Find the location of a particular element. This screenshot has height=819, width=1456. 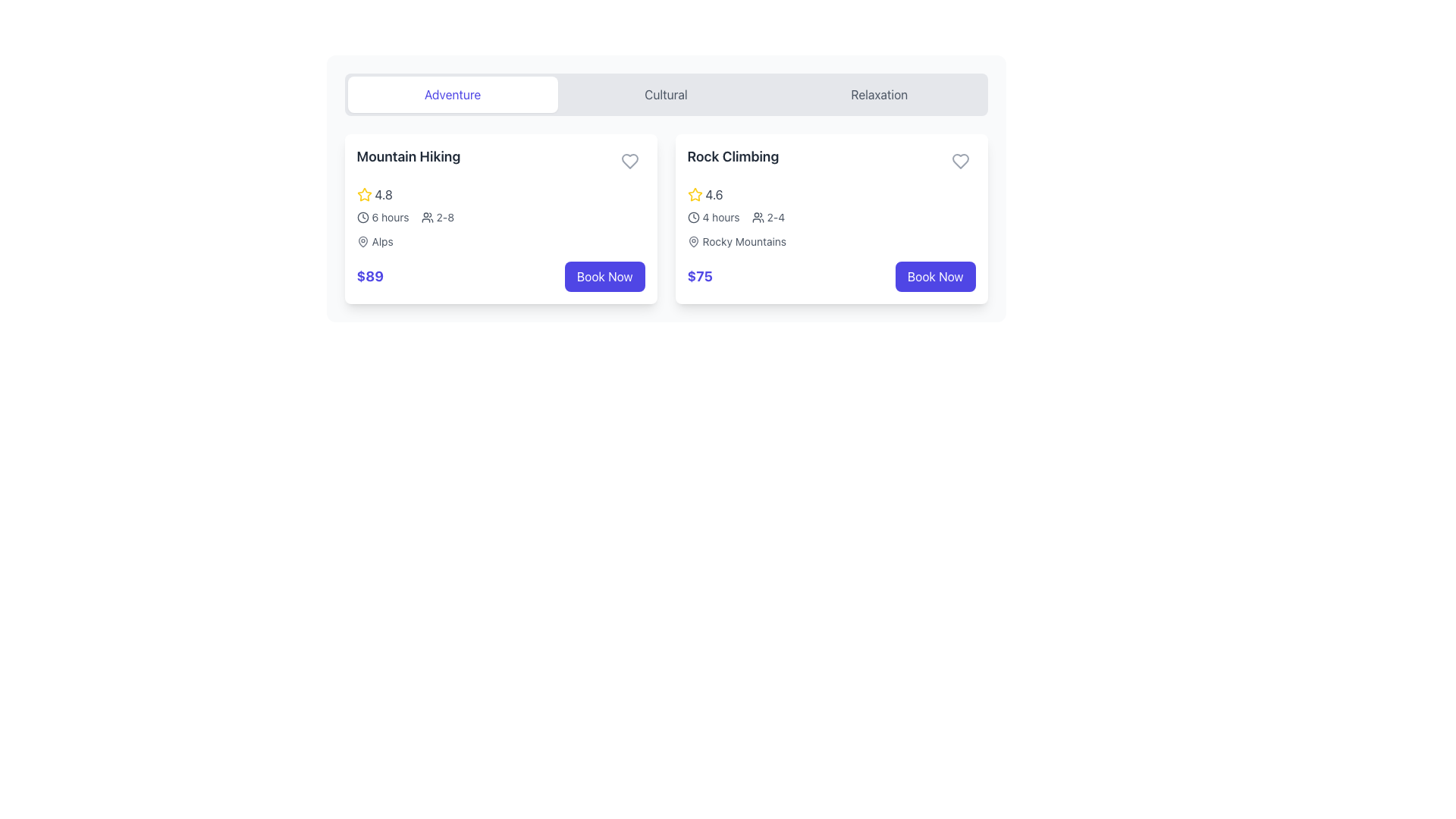

the star icon located within the 'Rock Climbing' card, which represents a rating system with a numerical value of '4.6' is located at coordinates (694, 193).